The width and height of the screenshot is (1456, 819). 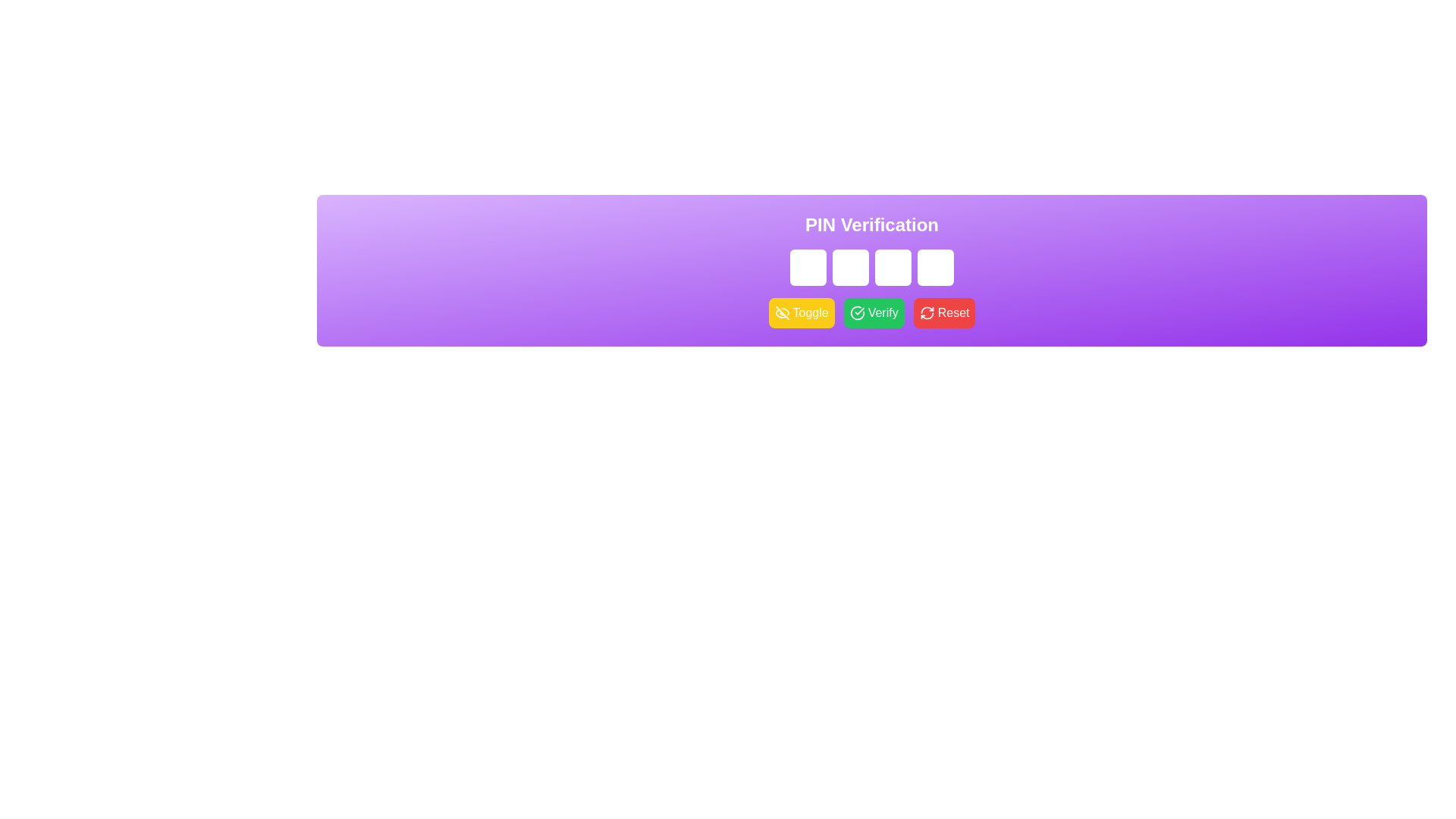 I want to click on the first single-character password input field, which has a square shape with rounded corners and a white background, to focus the input box, so click(x=807, y=267).